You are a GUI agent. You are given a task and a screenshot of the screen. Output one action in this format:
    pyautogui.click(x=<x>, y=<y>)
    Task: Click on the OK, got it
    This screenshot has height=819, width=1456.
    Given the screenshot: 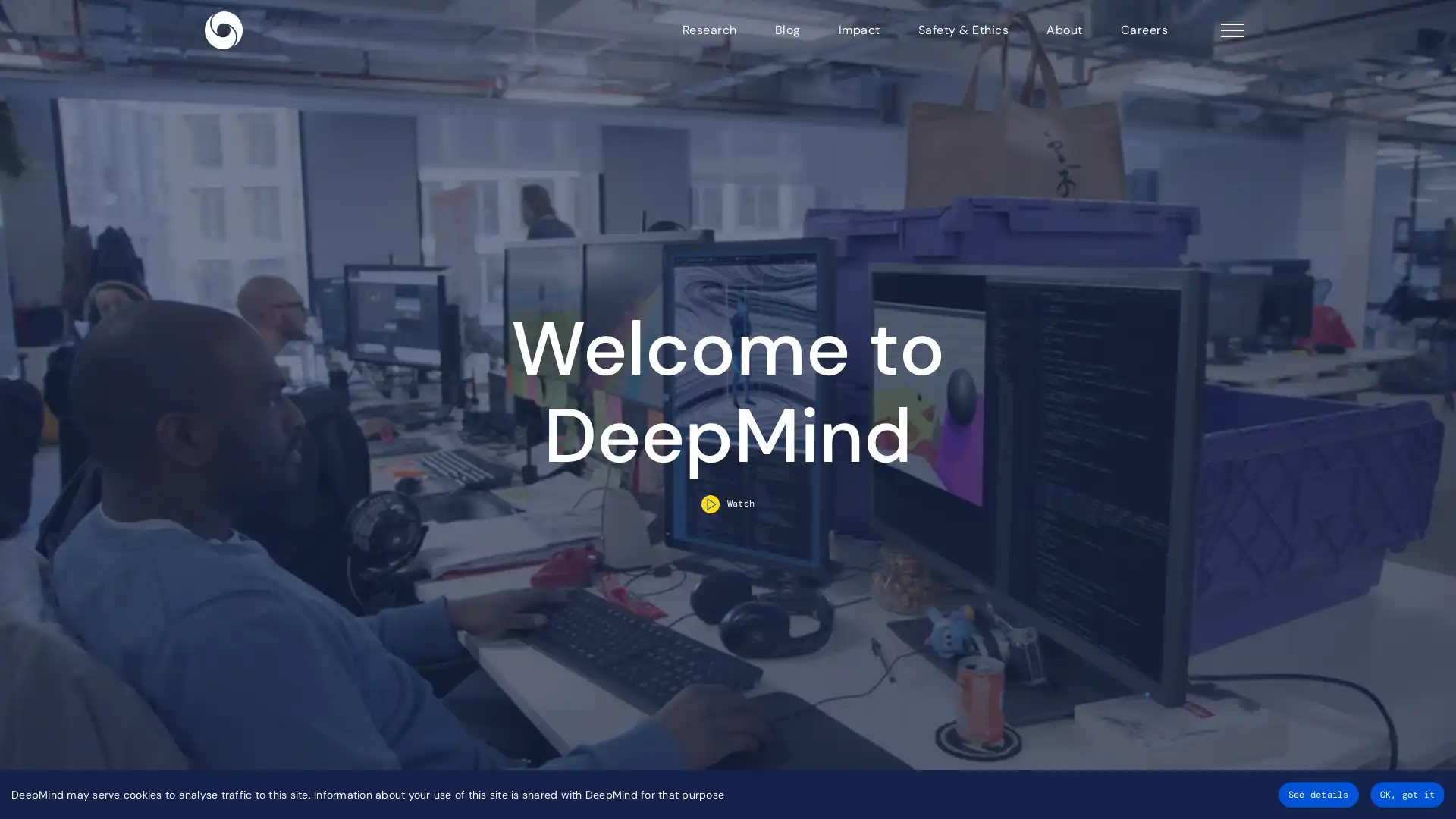 What is the action you would take?
    pyautogui.click(x=1406, y=794)
    